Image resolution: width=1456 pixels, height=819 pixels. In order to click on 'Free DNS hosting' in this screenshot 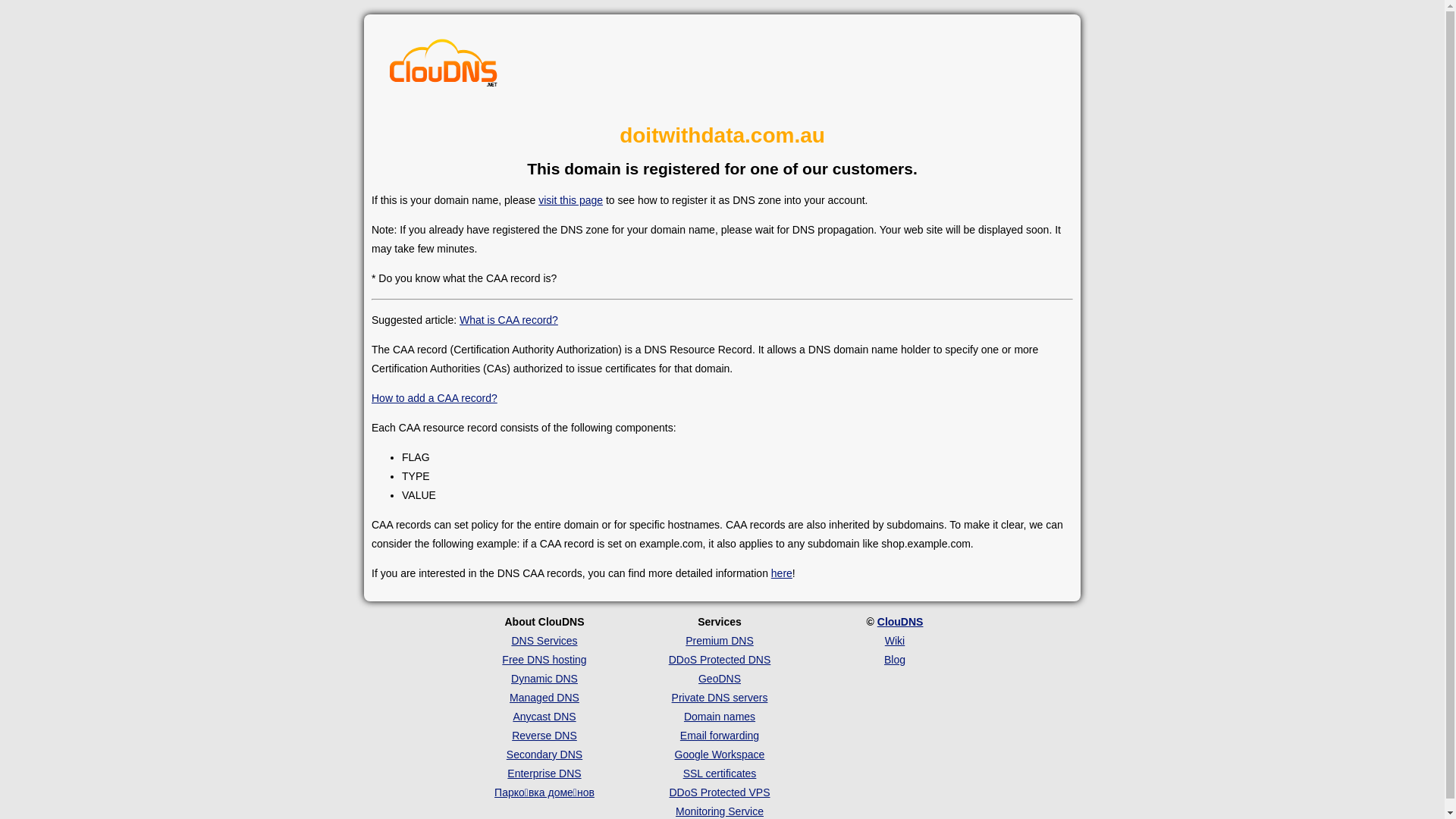, I will do `click(502, 659)`.